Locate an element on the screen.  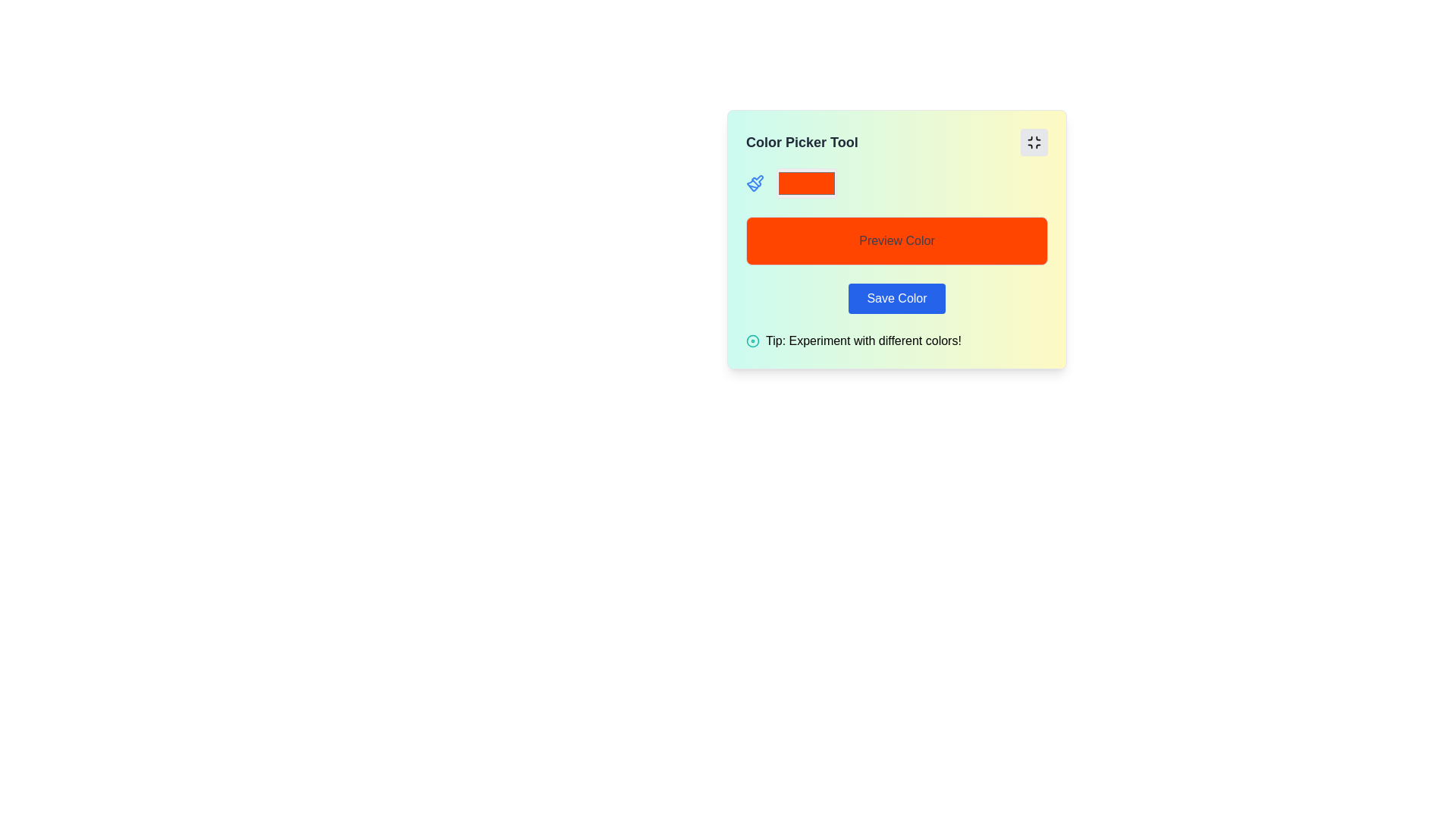
the Informational Text with Icon located at the bottom of the panel, centered horizontally under the 'Save Color' button is located at coordinates (853, 341).